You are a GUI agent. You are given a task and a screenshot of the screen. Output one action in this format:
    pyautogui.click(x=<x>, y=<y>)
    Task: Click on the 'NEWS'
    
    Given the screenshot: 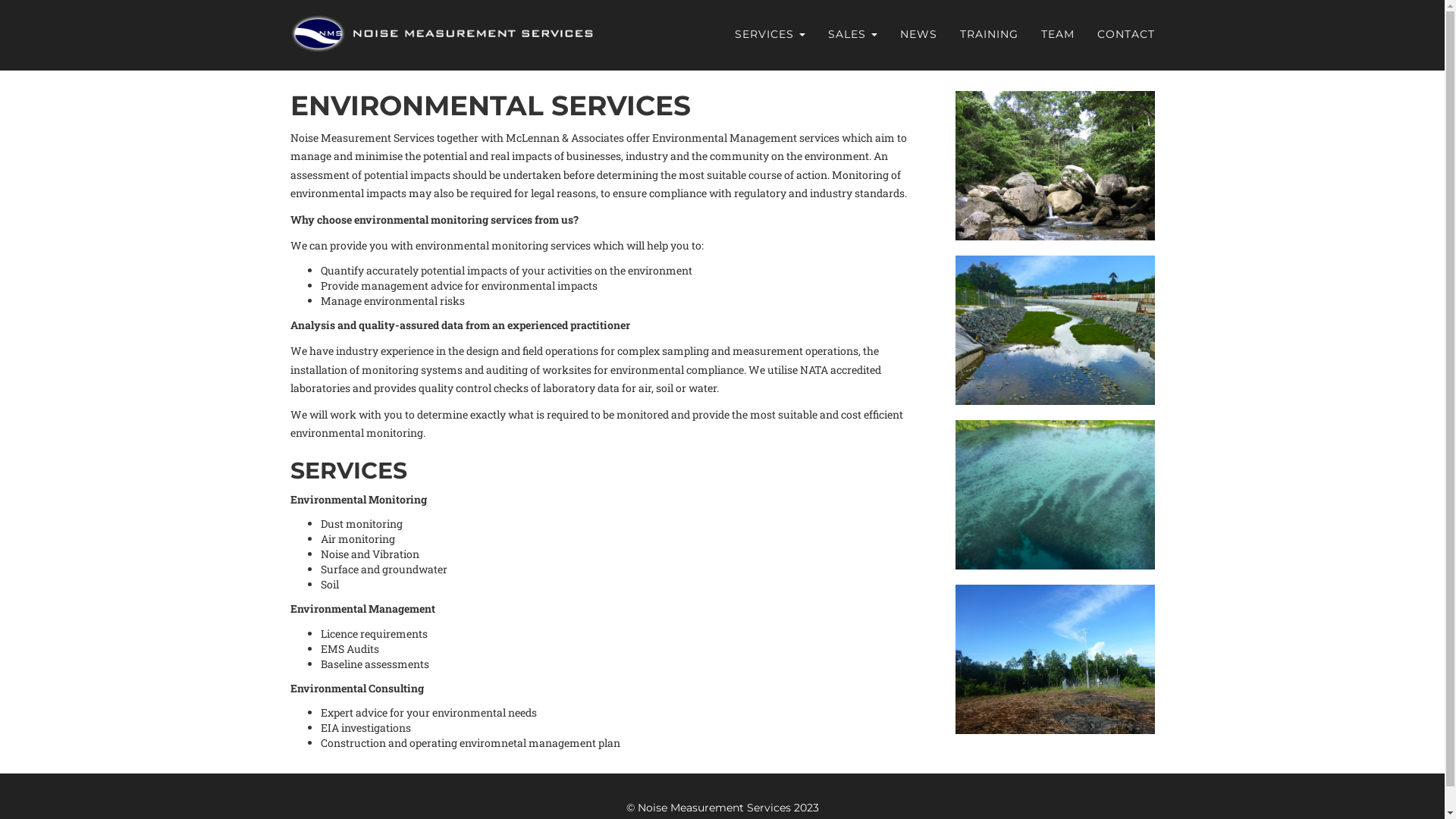 What is the action you would take?
    pyautogui.click(x=888, y=34)
    